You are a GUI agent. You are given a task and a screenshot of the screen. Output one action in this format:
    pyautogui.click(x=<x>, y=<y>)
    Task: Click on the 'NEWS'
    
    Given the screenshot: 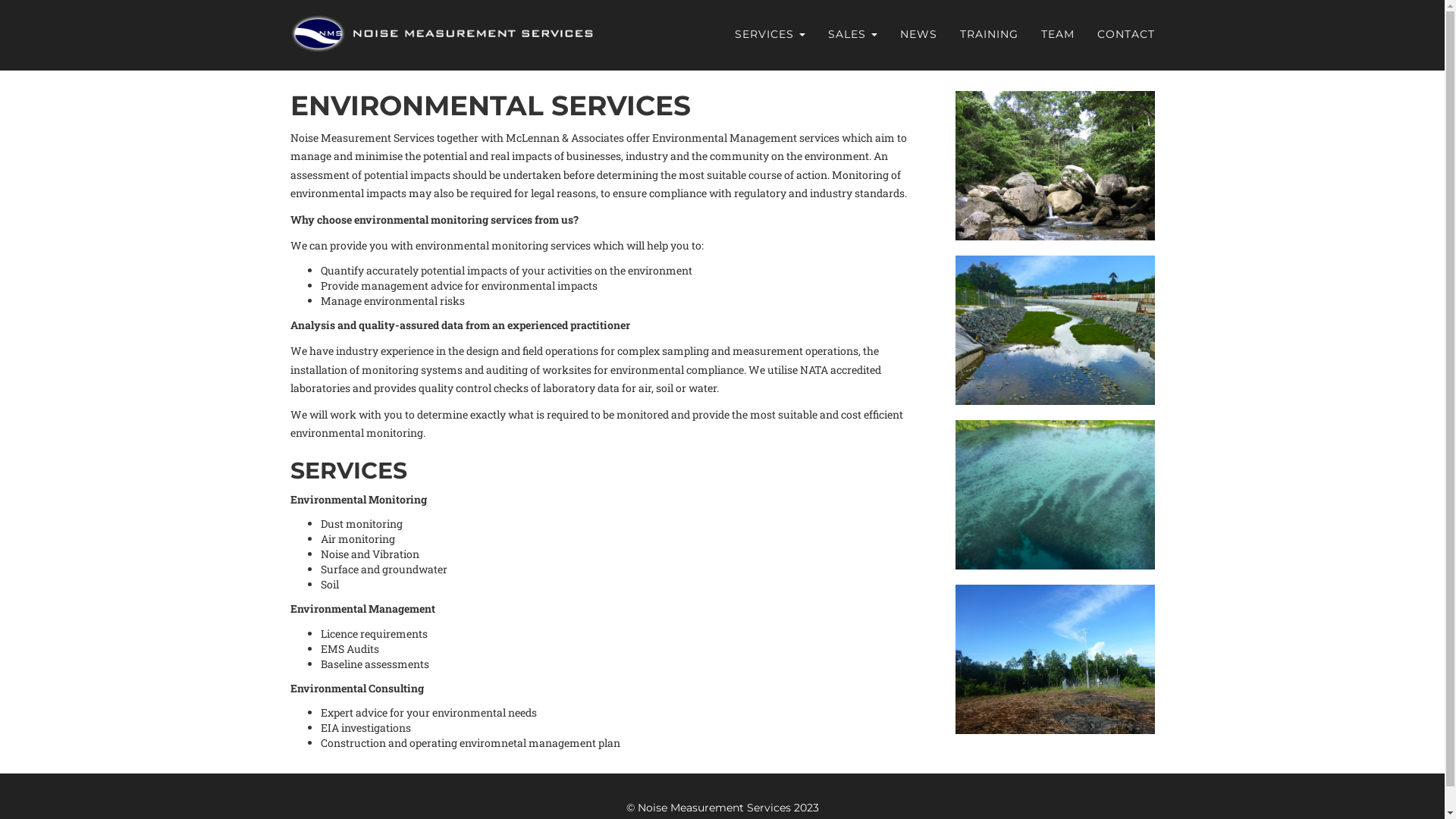 What is the action you would take?
    pyautogui.click(x=888, y=34)
    